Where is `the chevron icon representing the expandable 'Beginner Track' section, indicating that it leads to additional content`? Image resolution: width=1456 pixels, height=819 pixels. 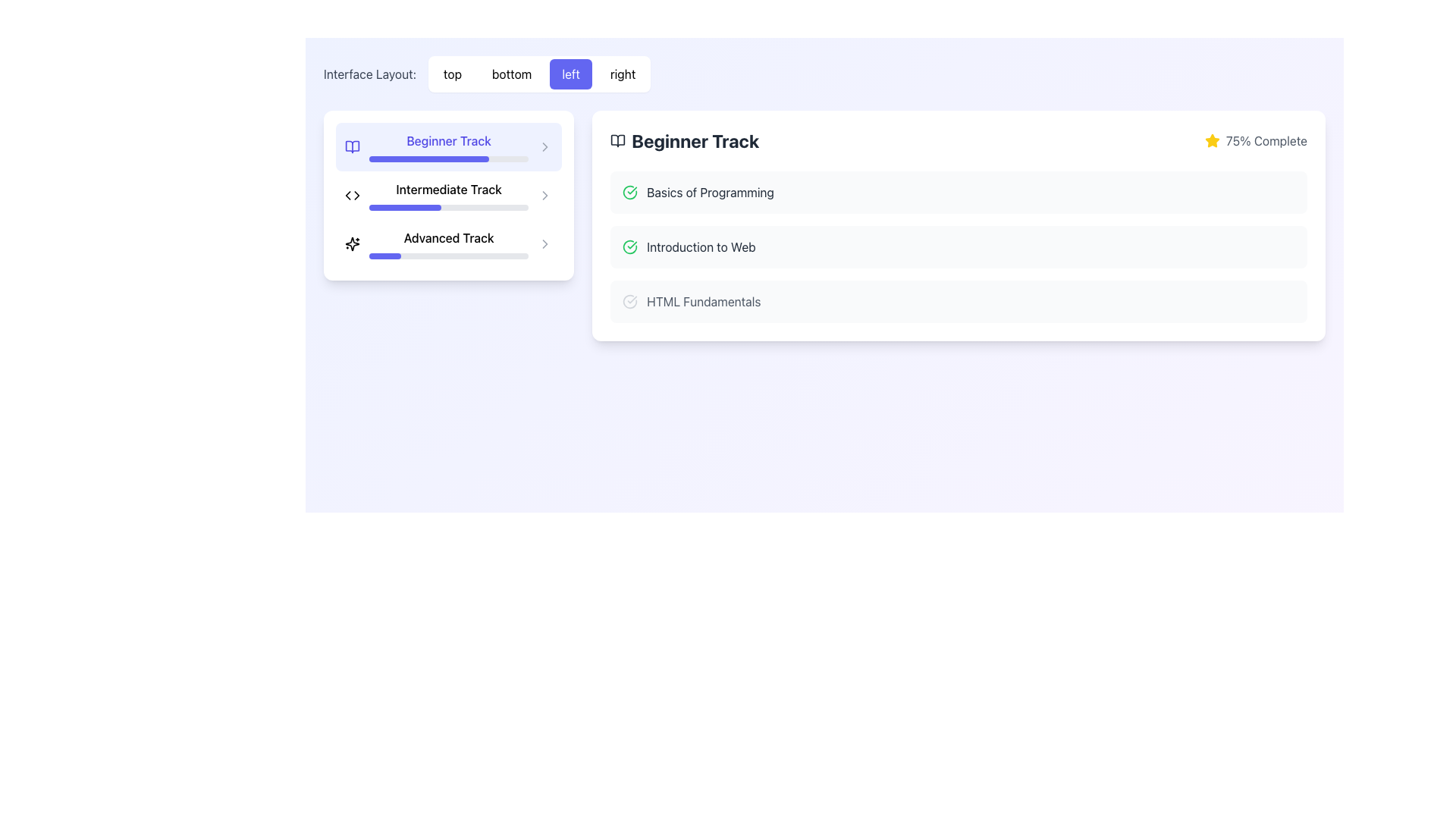
the chevron icon representing the expandable 'Beginner Track' section, indicating that it leads to additional content is located at coordinates (545, 146).